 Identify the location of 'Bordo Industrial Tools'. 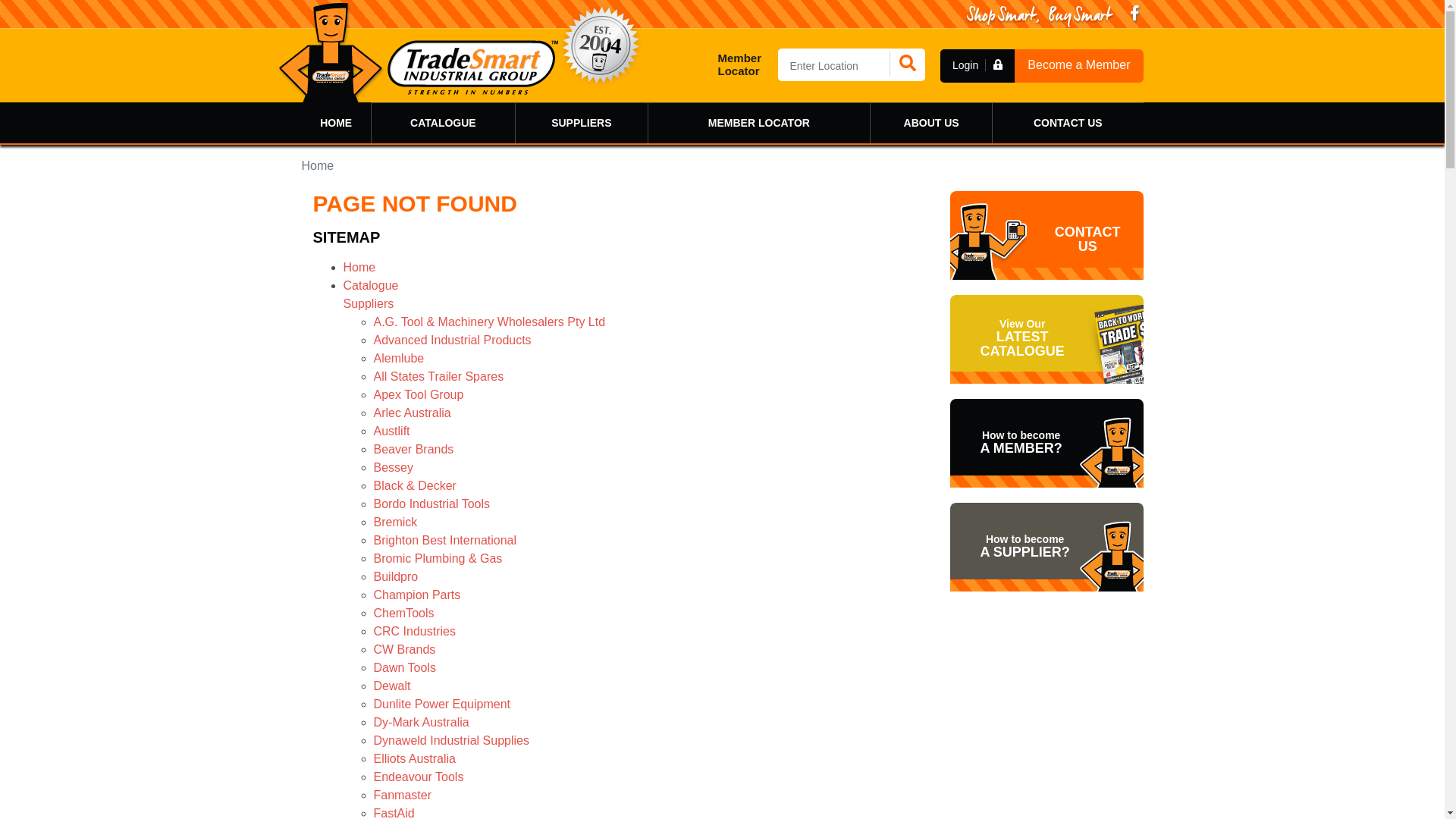
(431, 504).